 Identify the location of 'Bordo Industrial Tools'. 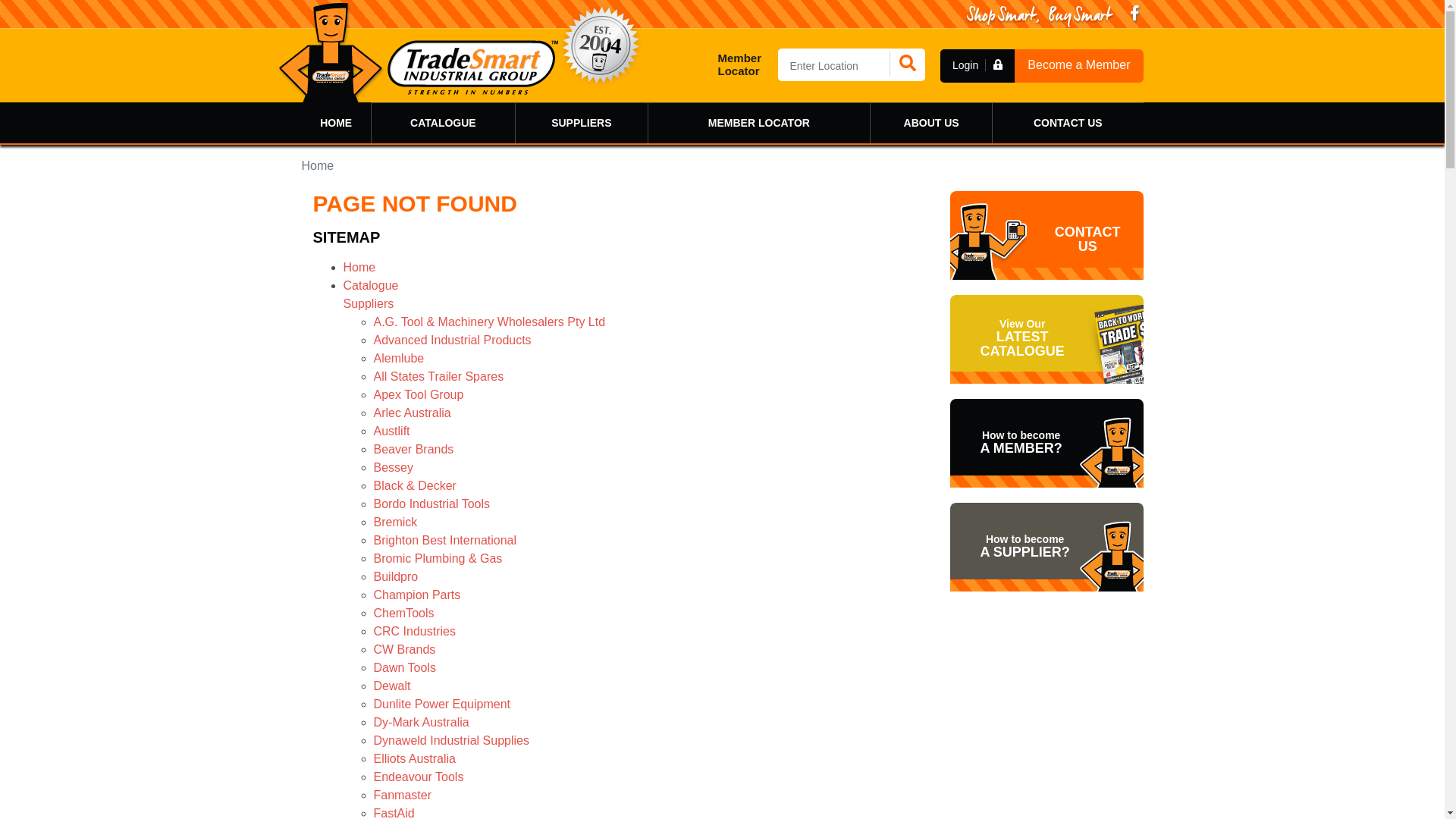
(431, 504).